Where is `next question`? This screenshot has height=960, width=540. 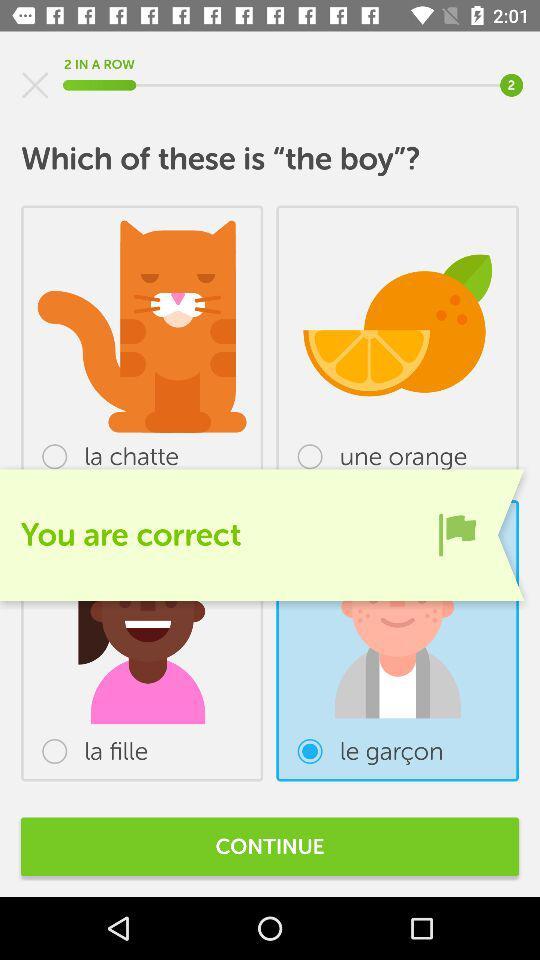 next question is located at coordinates (457, 533).